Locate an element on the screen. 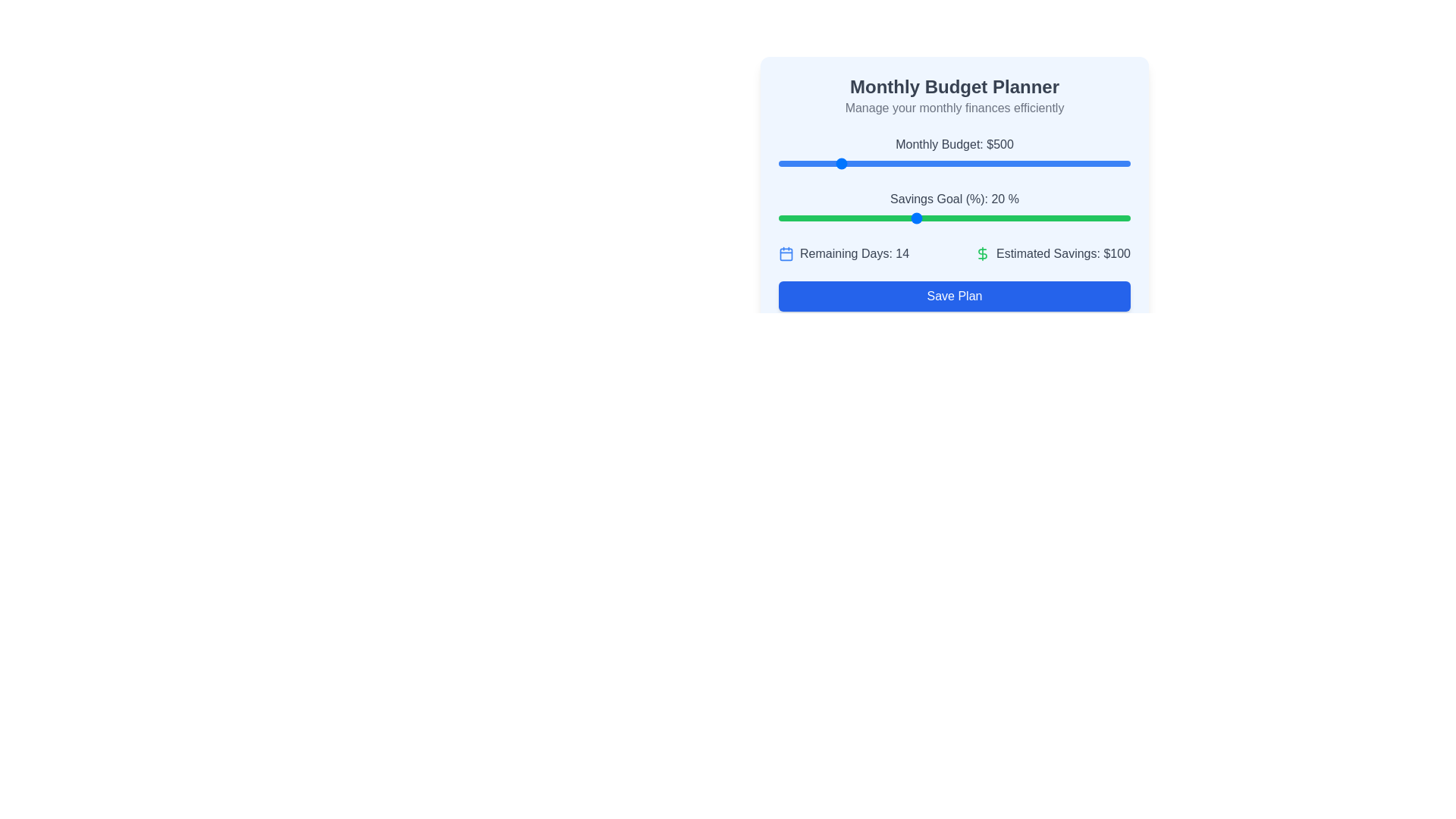 This screenshot has width=1456, height=819. the horizontal range slider with a green track and a circular blue thumb, positioned below the text 'Savings Goal (%): 20 %', to set a value is located at coordinates (953, 218).